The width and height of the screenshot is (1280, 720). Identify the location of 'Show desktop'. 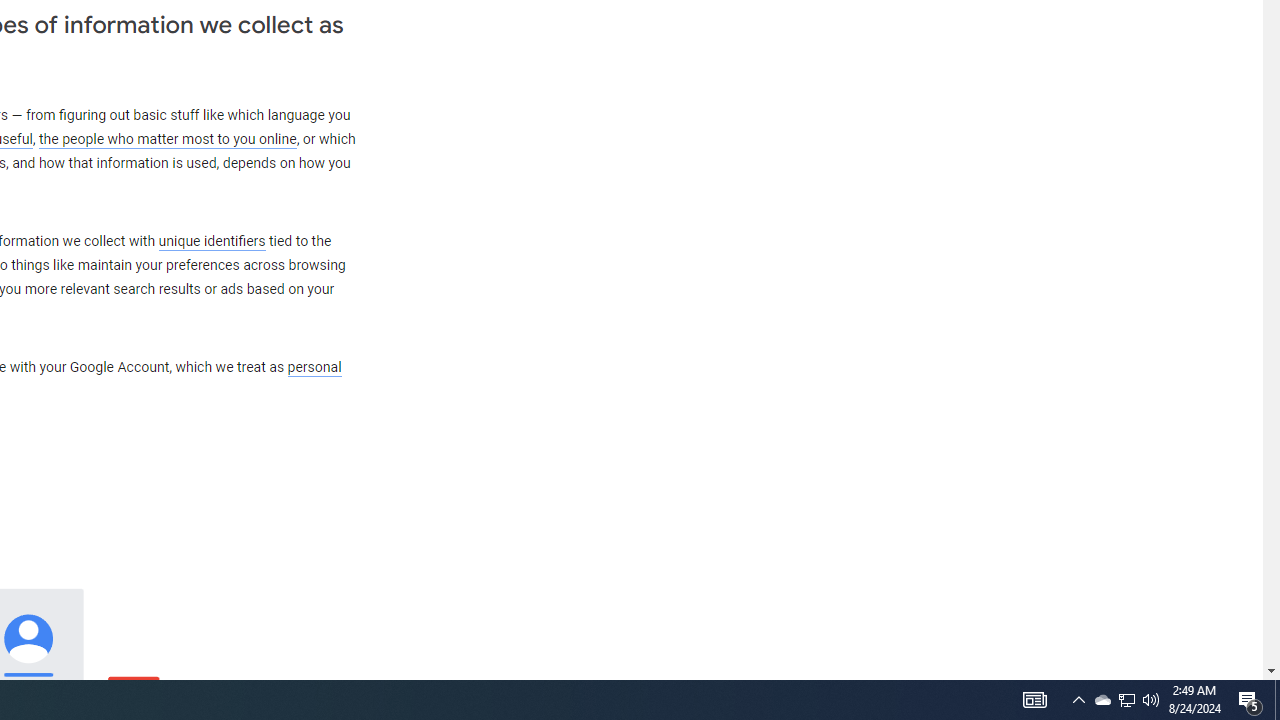
(1276, 698).